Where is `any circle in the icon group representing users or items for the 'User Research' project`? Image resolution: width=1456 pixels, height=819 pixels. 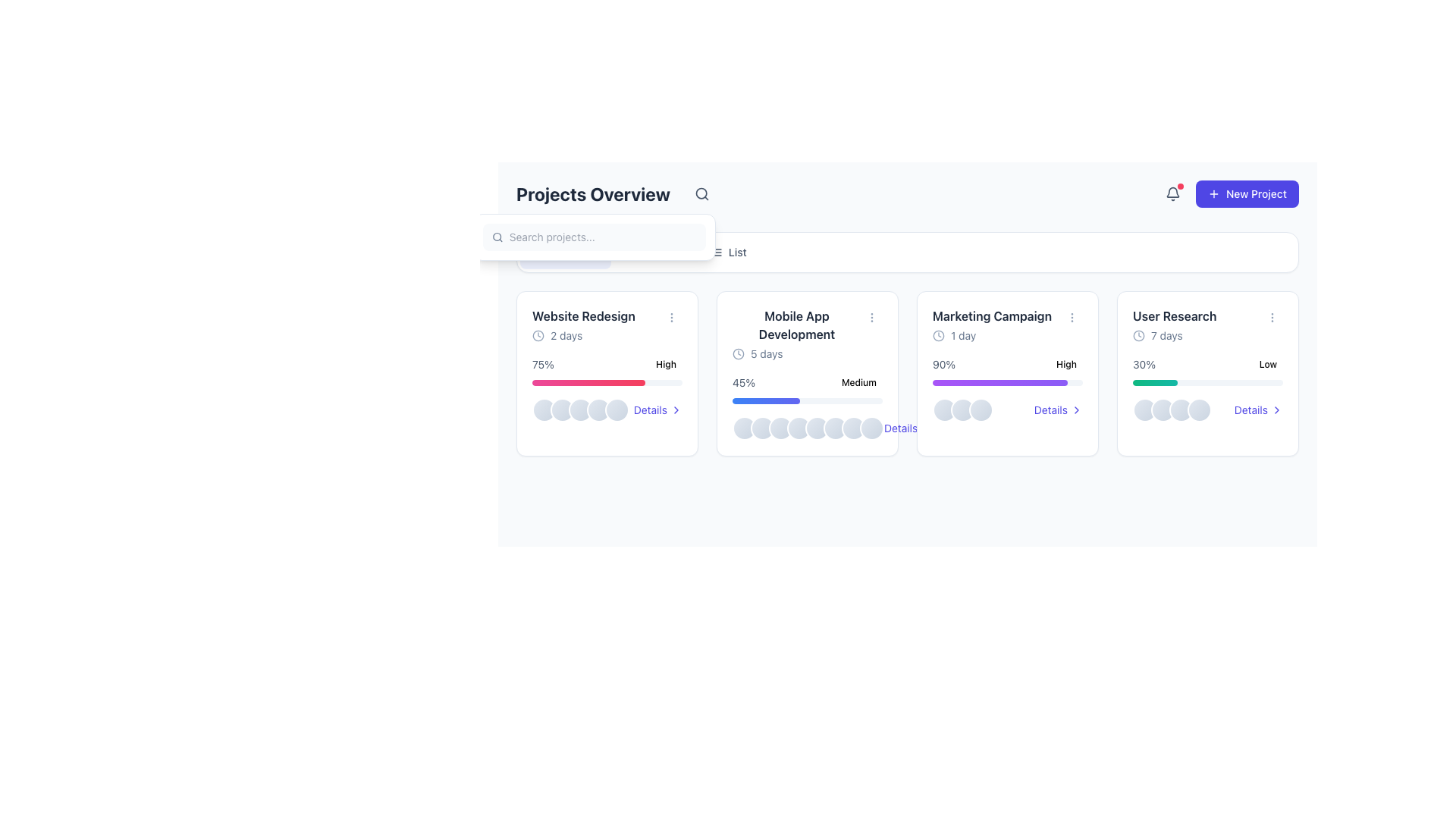 any circle in the icon group representing users or items for the 'User Research' project is located at coordinates (1171, 409).